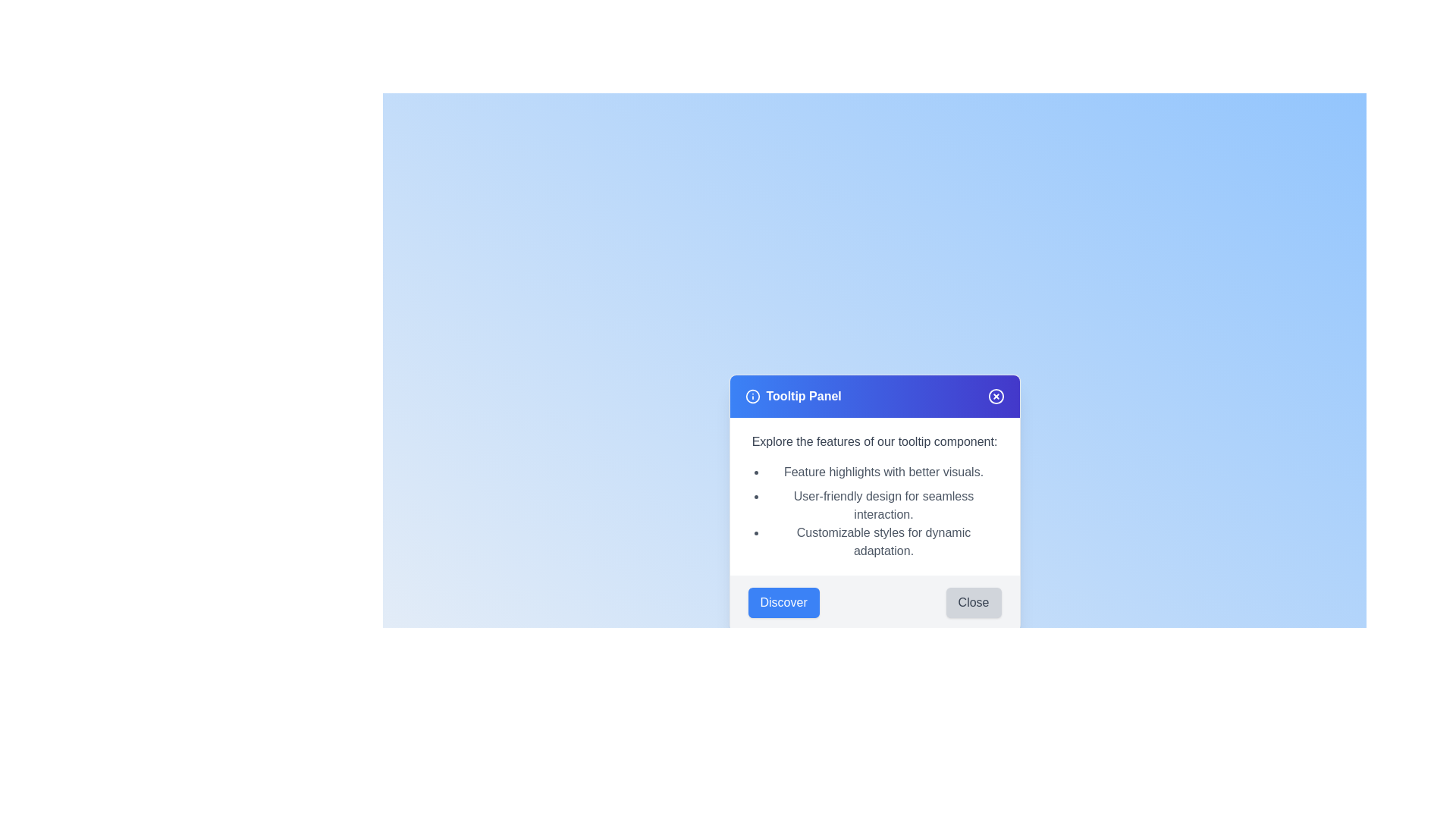  I want to click on the circular blue icon with a white border containing an 'i' symbol for additional information in the Tooltip Panel, so click(752, 396).